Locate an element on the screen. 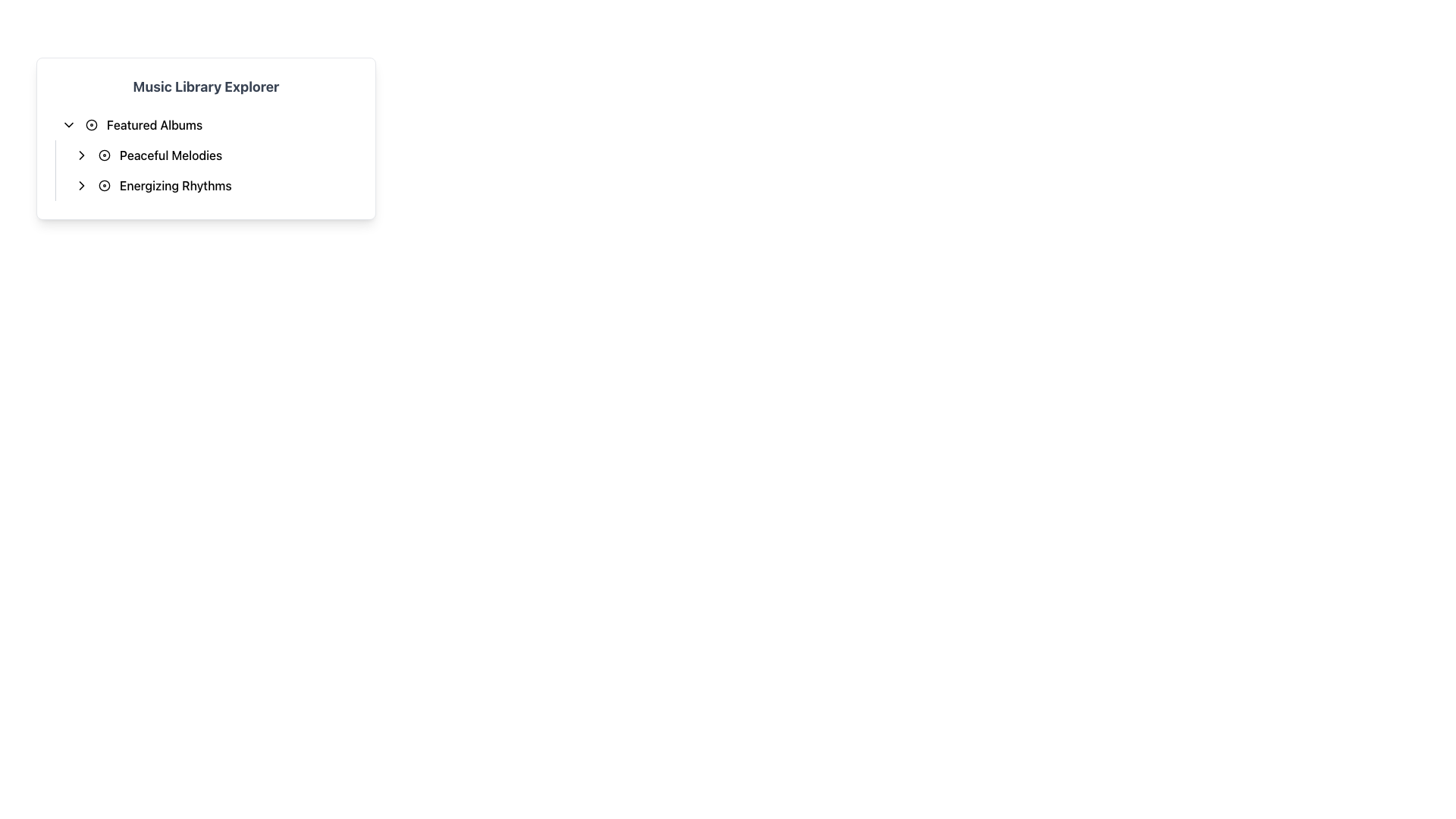 The width and height of the screenshot is (1456, 819). the icon representing the 'Energizing Rhythms' menu item, which is the third element in the group and located next to a chevron pointing right is located at coordinates (104, 185).